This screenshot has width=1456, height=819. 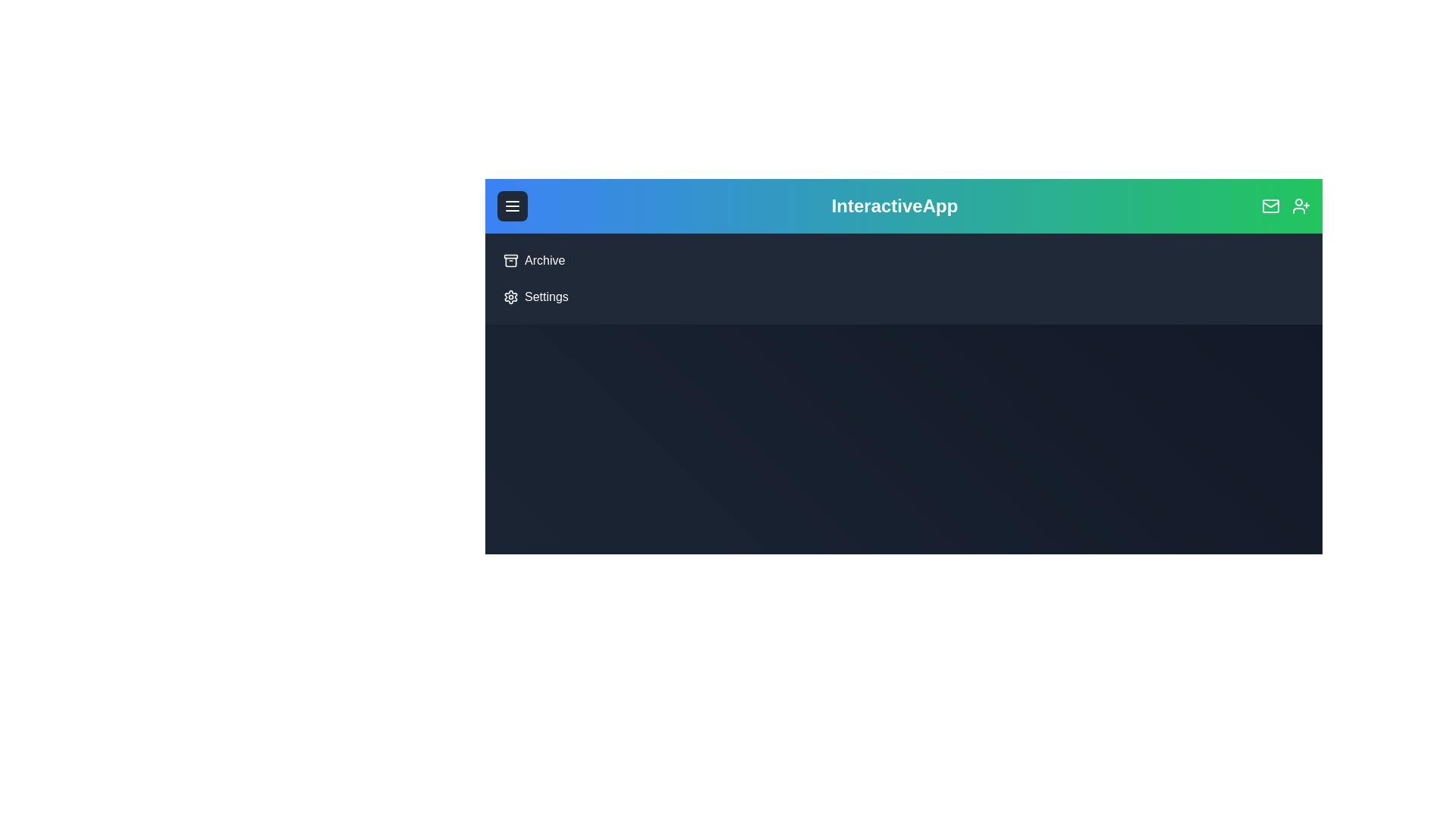 What do you see at coordinates (1270, 206) in the screenshot?
I see `the 'Mail' icon to observe the hover effect` at bounding box center [1270, 206].